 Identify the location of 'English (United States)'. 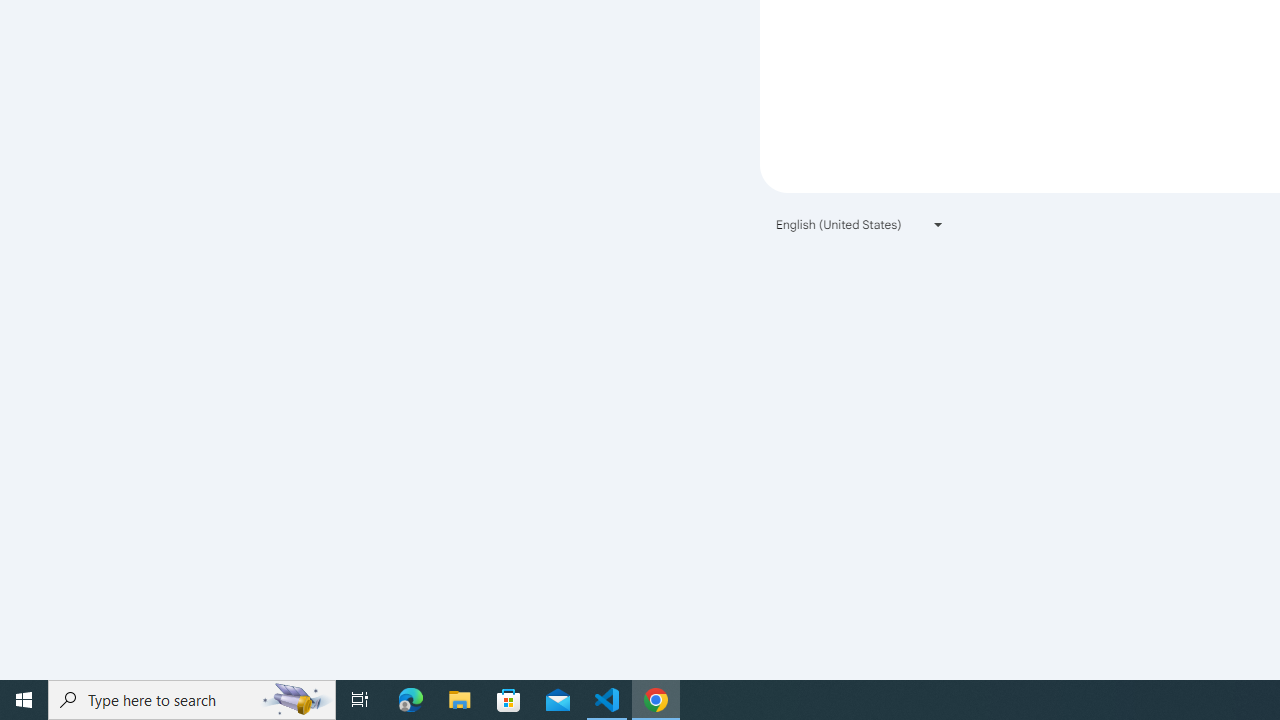
(860, 224).